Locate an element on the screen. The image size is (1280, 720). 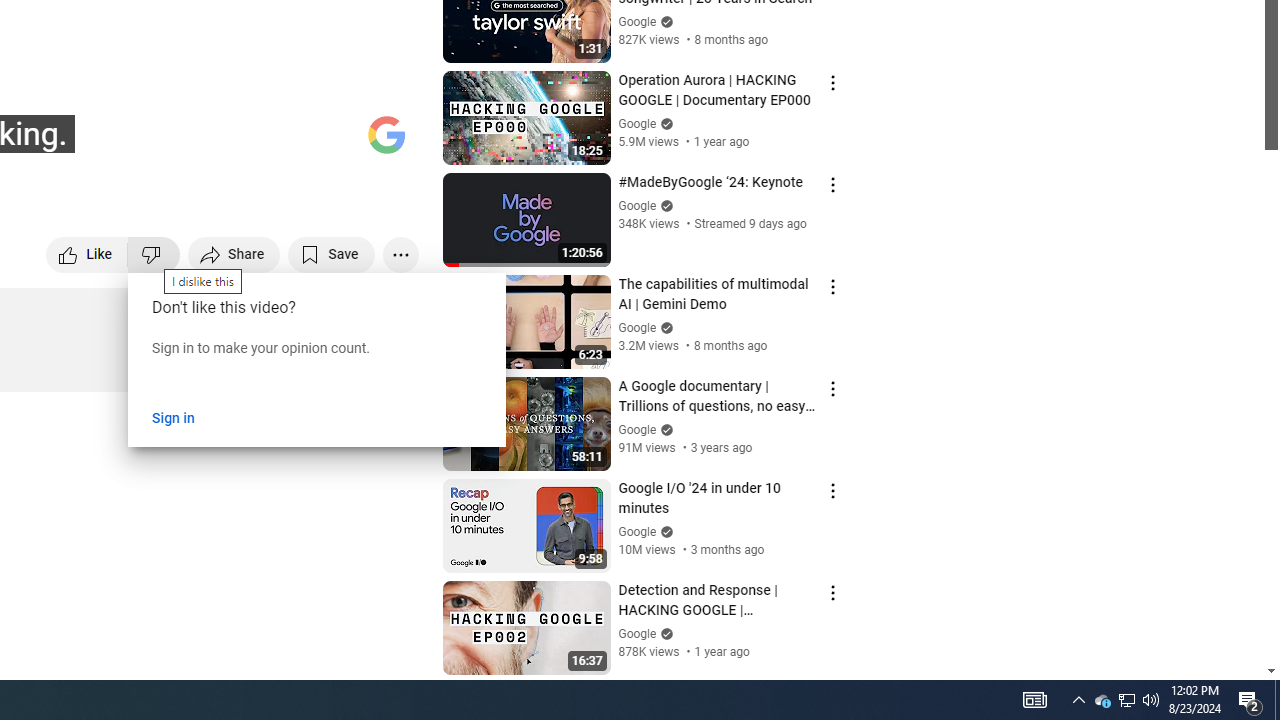
'Save to playlist' is located at coordinates (331, 253).